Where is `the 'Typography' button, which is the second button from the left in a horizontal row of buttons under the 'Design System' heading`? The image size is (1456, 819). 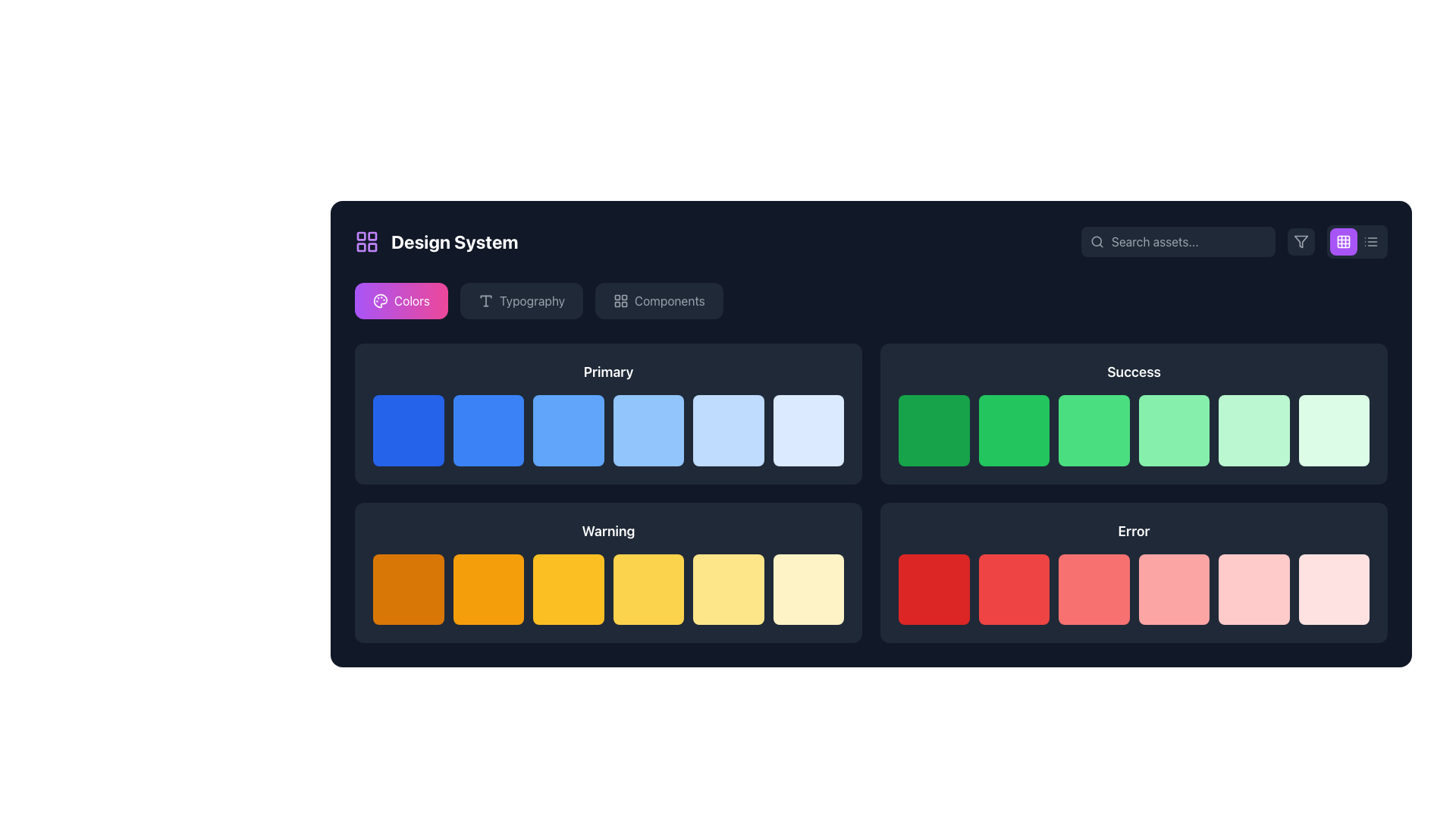
the 'Typography' button, which is the second button from the left in a horizontal row of buttons under the 'Design System' heading is located at coordinates (521, 301).